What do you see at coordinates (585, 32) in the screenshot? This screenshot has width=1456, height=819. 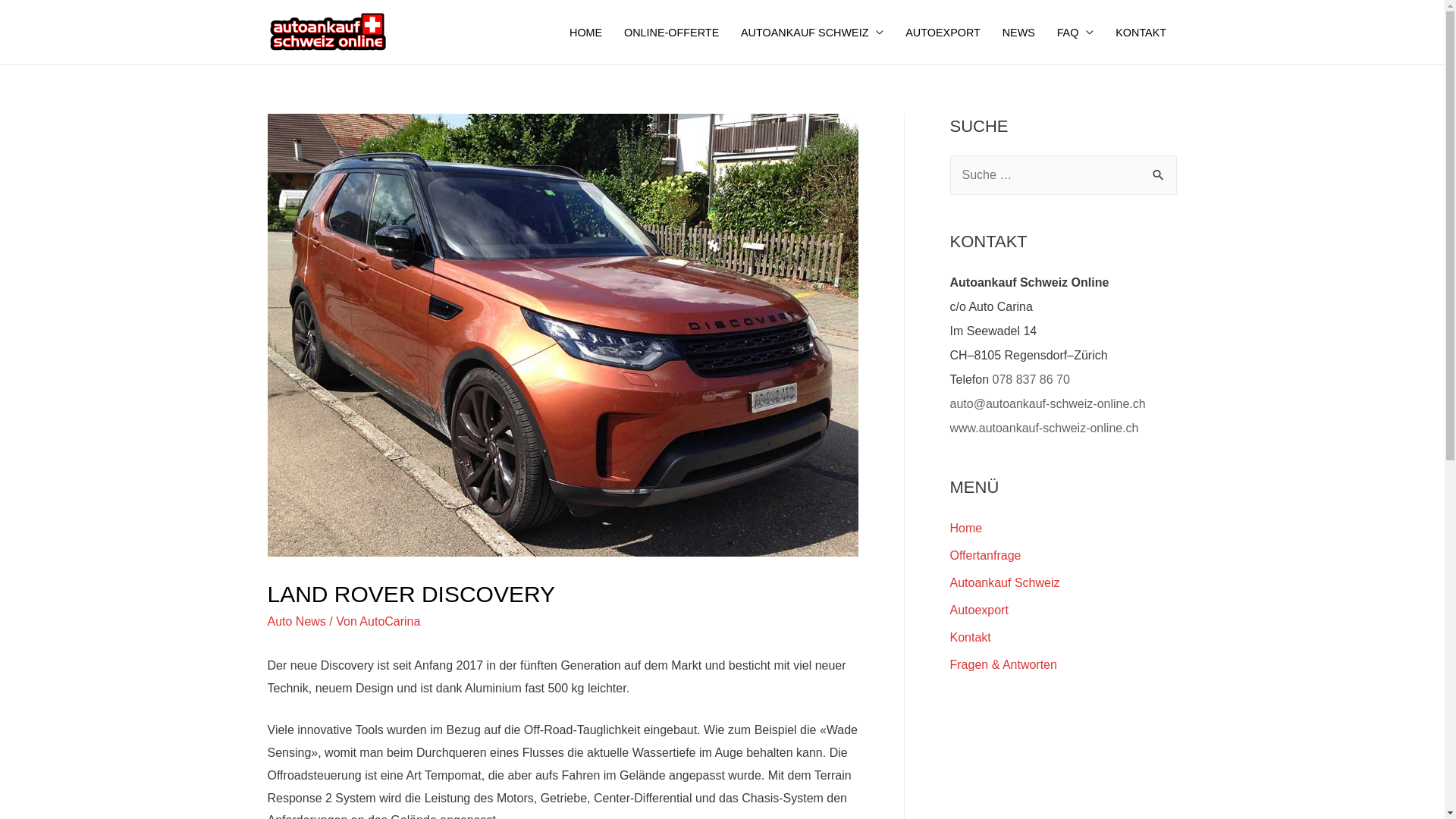 I see `'HOME'` at bounding box center [585, 32].